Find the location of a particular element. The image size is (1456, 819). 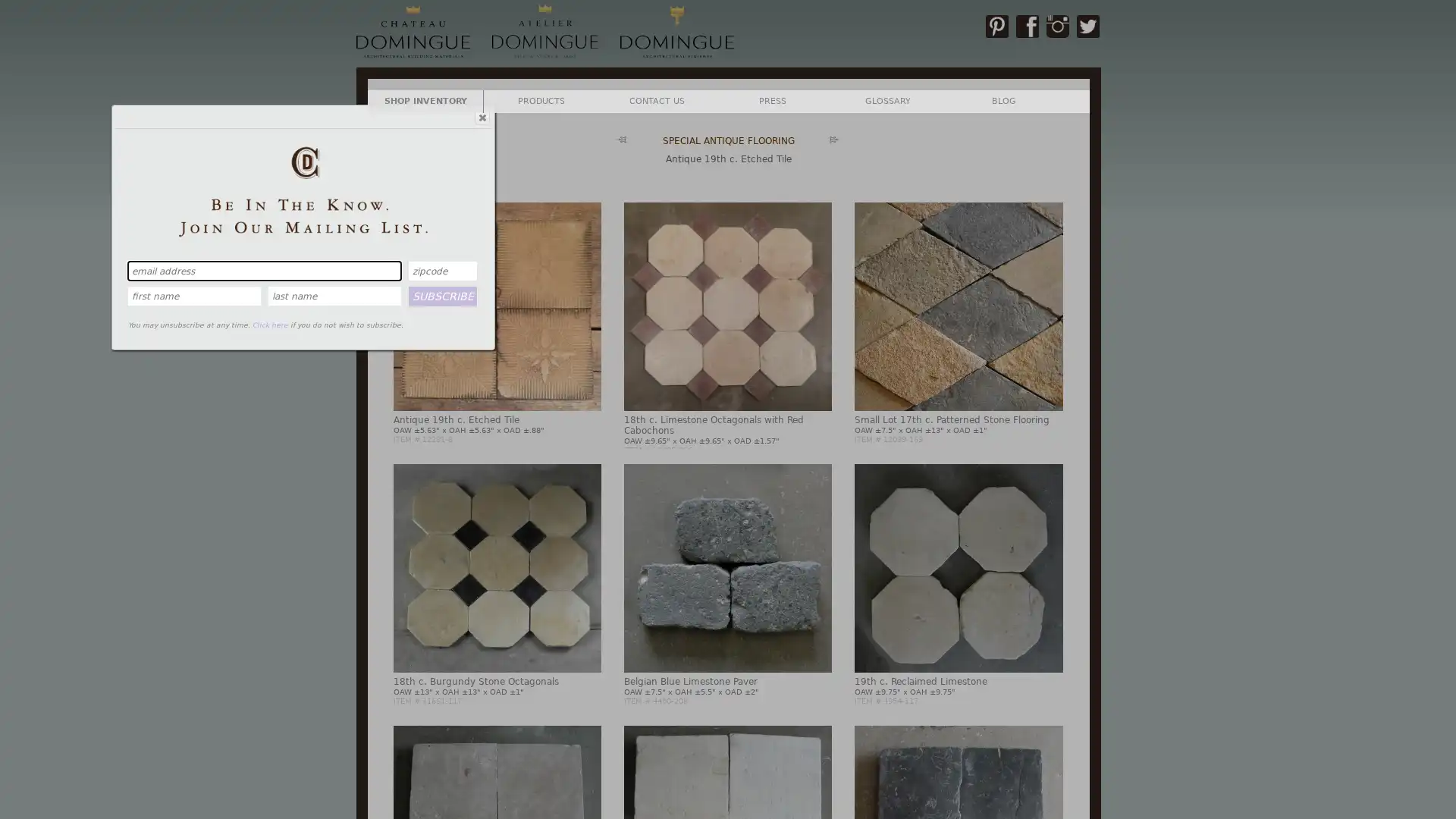

Close is located at coordinates (480, 116).